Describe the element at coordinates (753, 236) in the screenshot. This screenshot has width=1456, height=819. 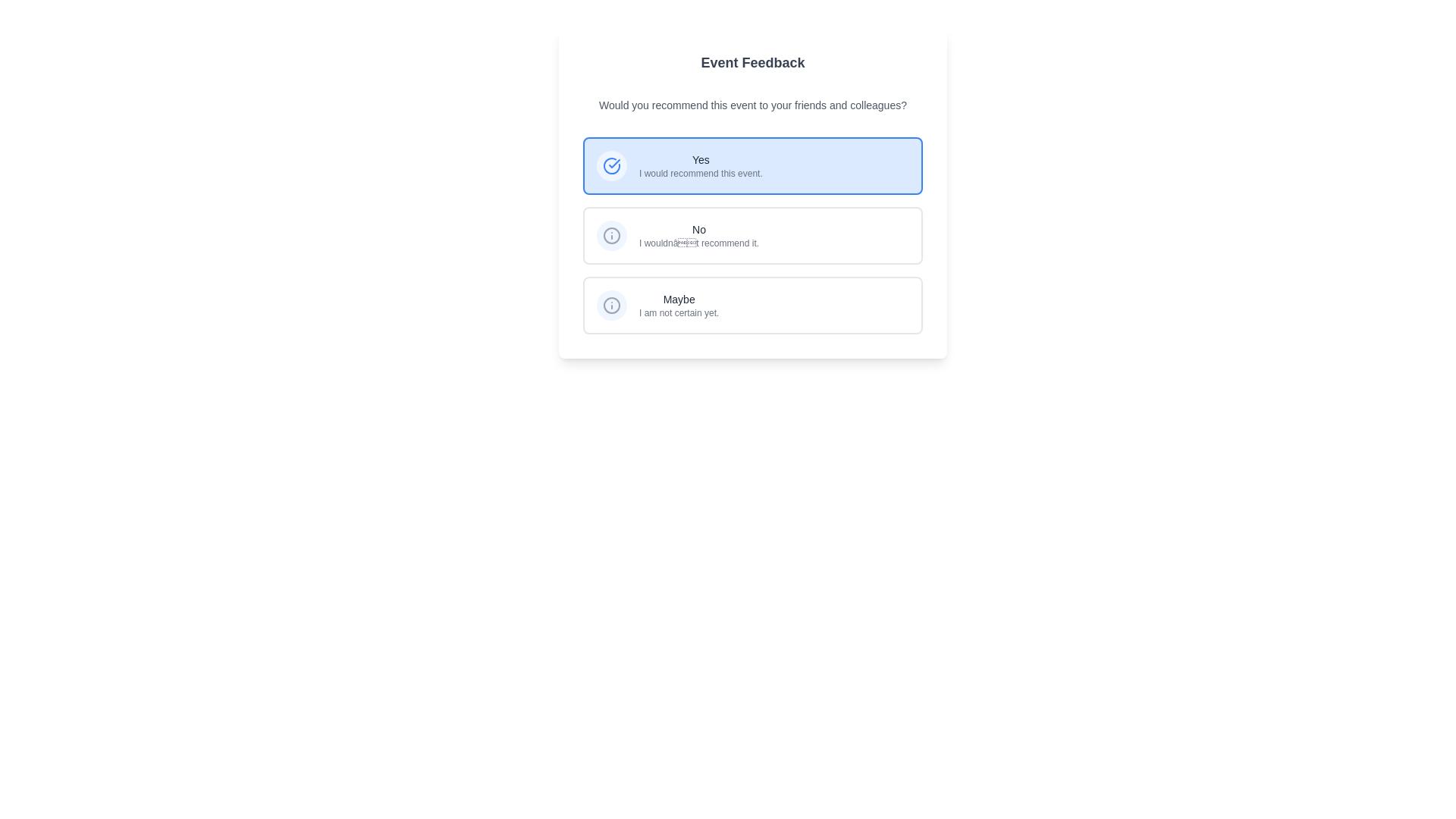
I see `descriptive text of the radio button option labeled 'No - I wouldn’t recommend this', which is the middle option in the feedback form` at that location.